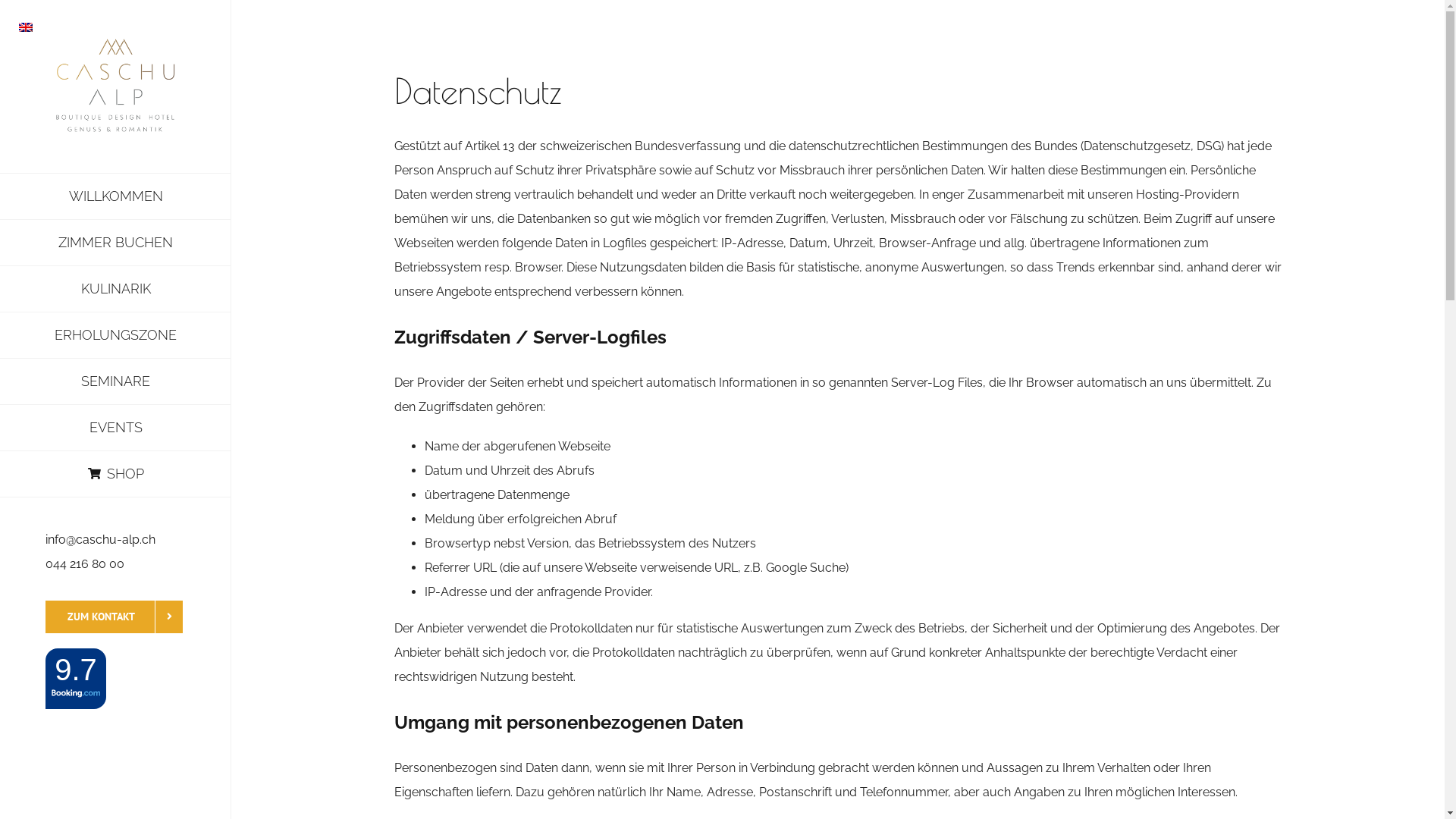 The height and width of the screenshot is (819, 1456). Describe the element at coordinates (115, 334) in the screenshot. I see `'ERHOLUNGSZONE'` at that location.